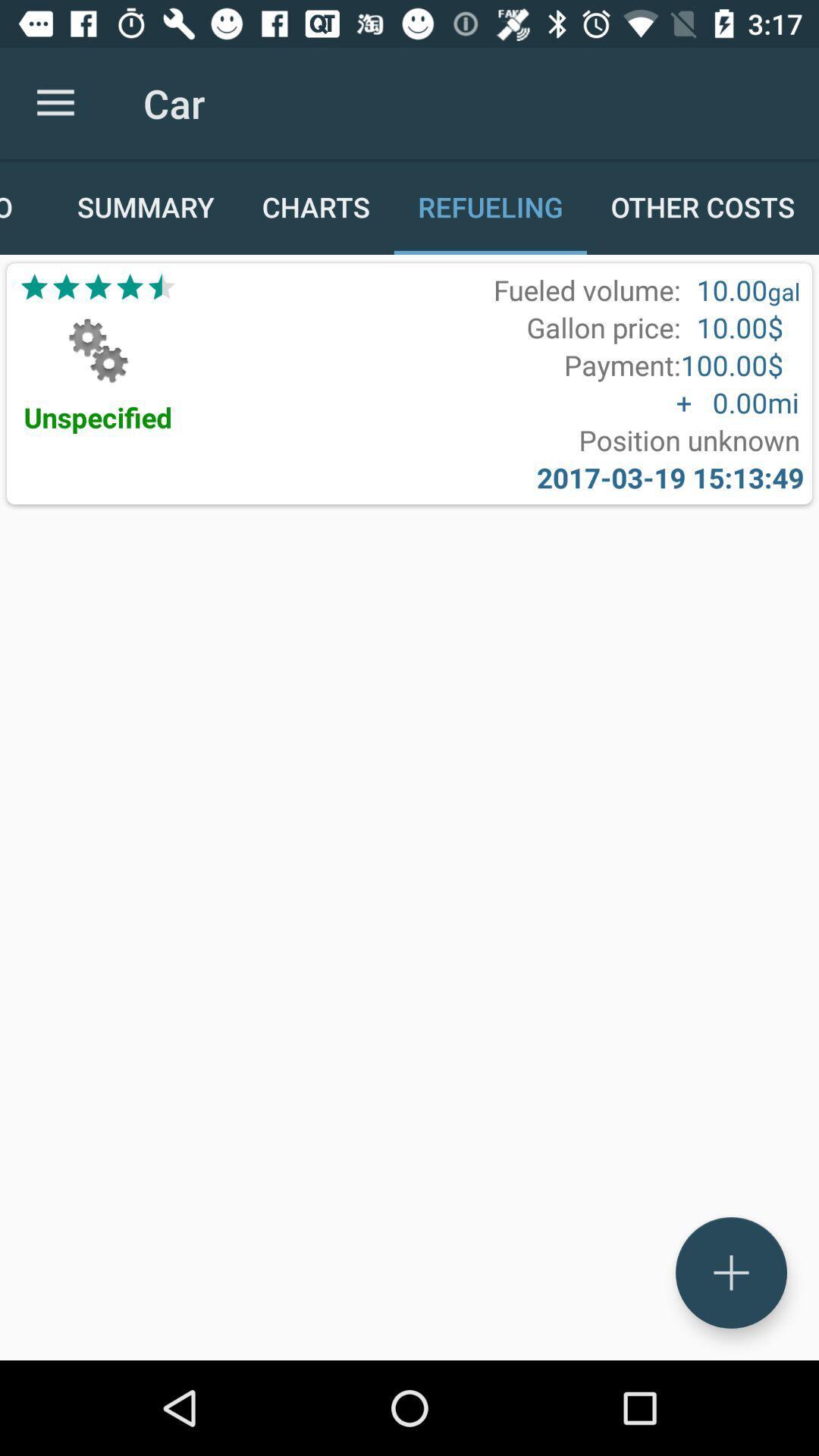 This screenshot has width=819, height=1456. I want to click on item to the right of 100.00, so click(783, 403).